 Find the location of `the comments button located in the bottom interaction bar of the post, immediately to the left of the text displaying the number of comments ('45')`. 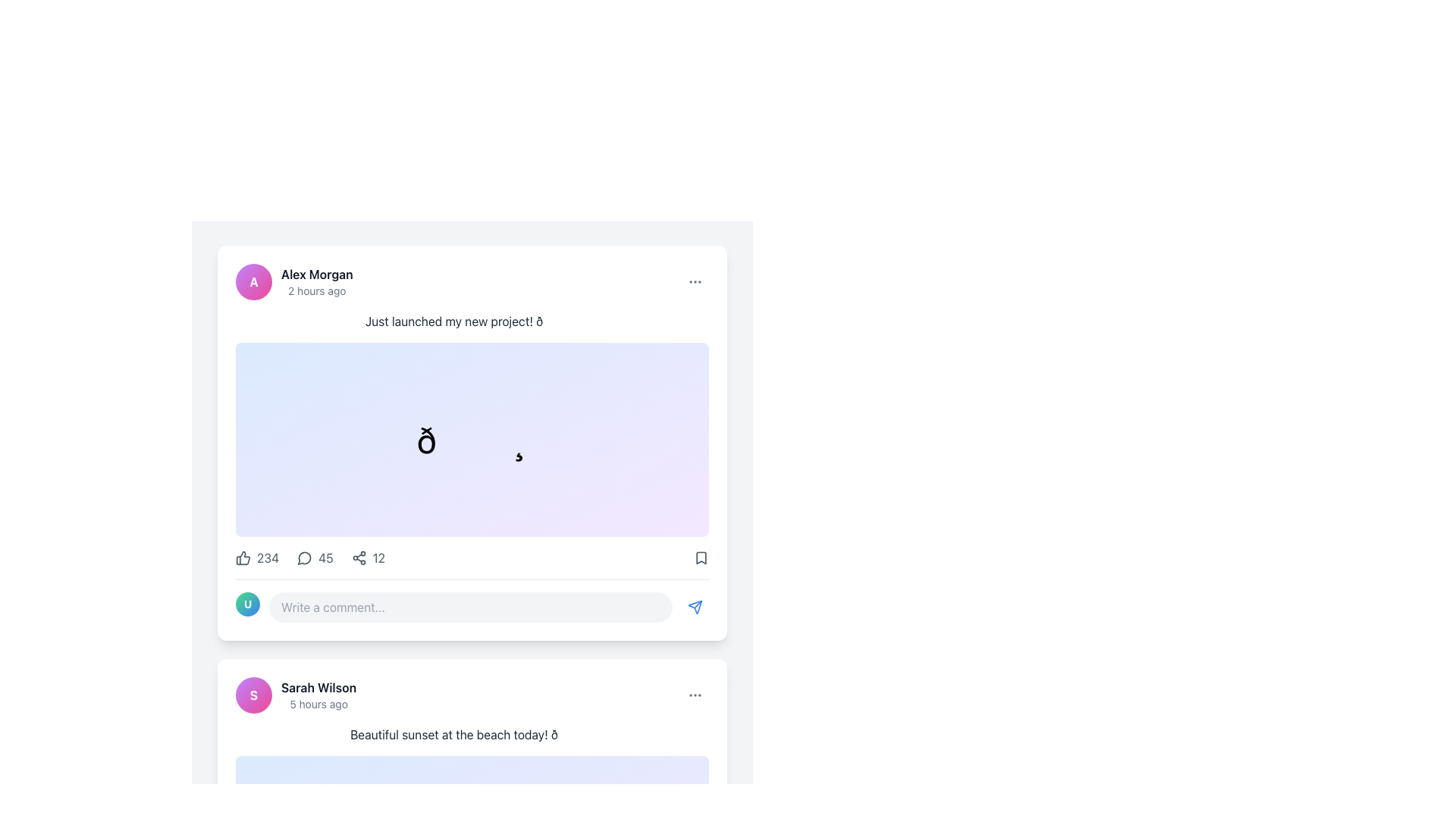

the comments button located in the bottom interaction bar of the post, immediately to the left of the text displaying the number of comments ('45') is located at coordinates (304, 558).